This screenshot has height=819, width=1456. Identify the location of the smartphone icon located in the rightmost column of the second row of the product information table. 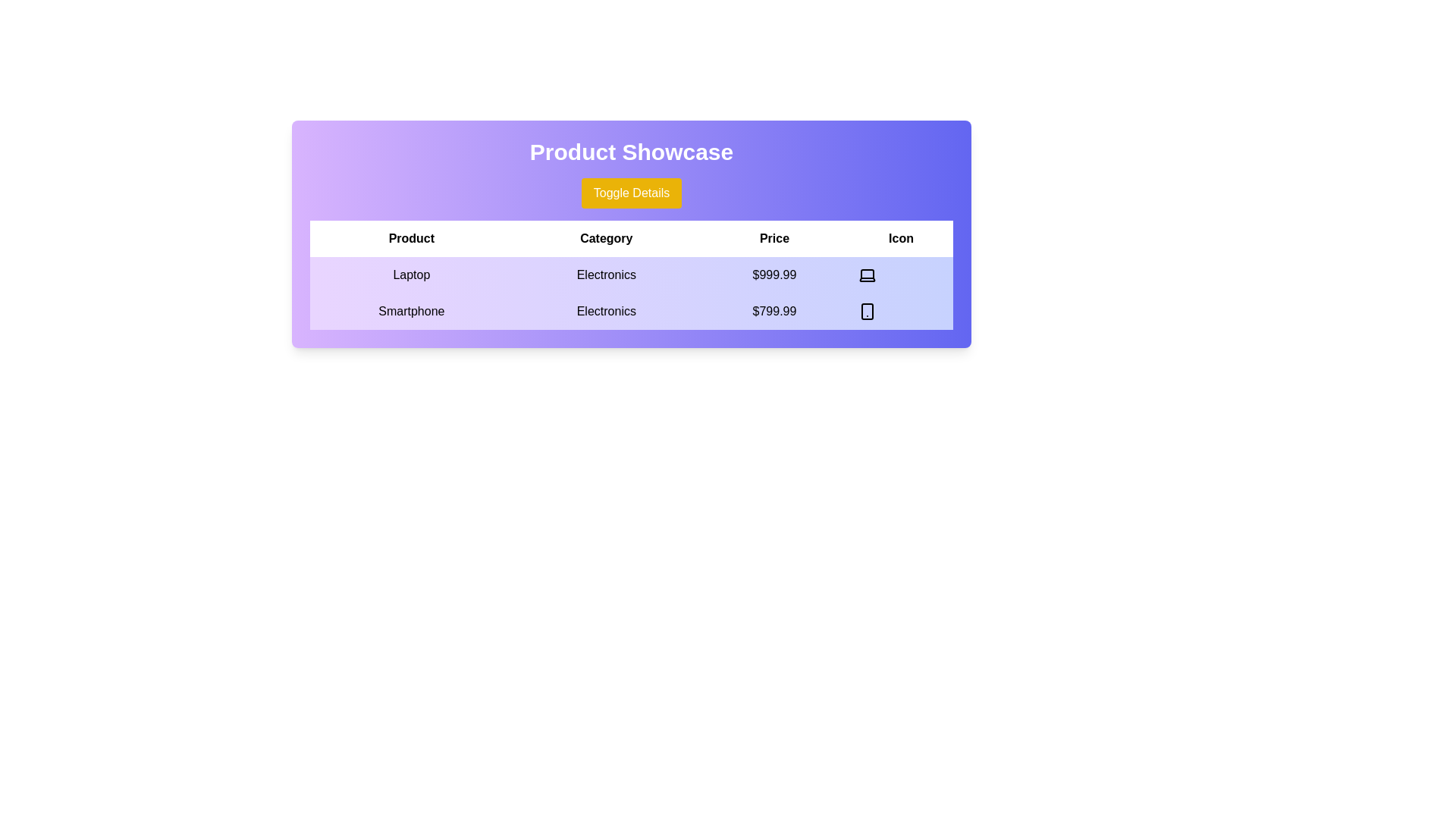
(867, 311).